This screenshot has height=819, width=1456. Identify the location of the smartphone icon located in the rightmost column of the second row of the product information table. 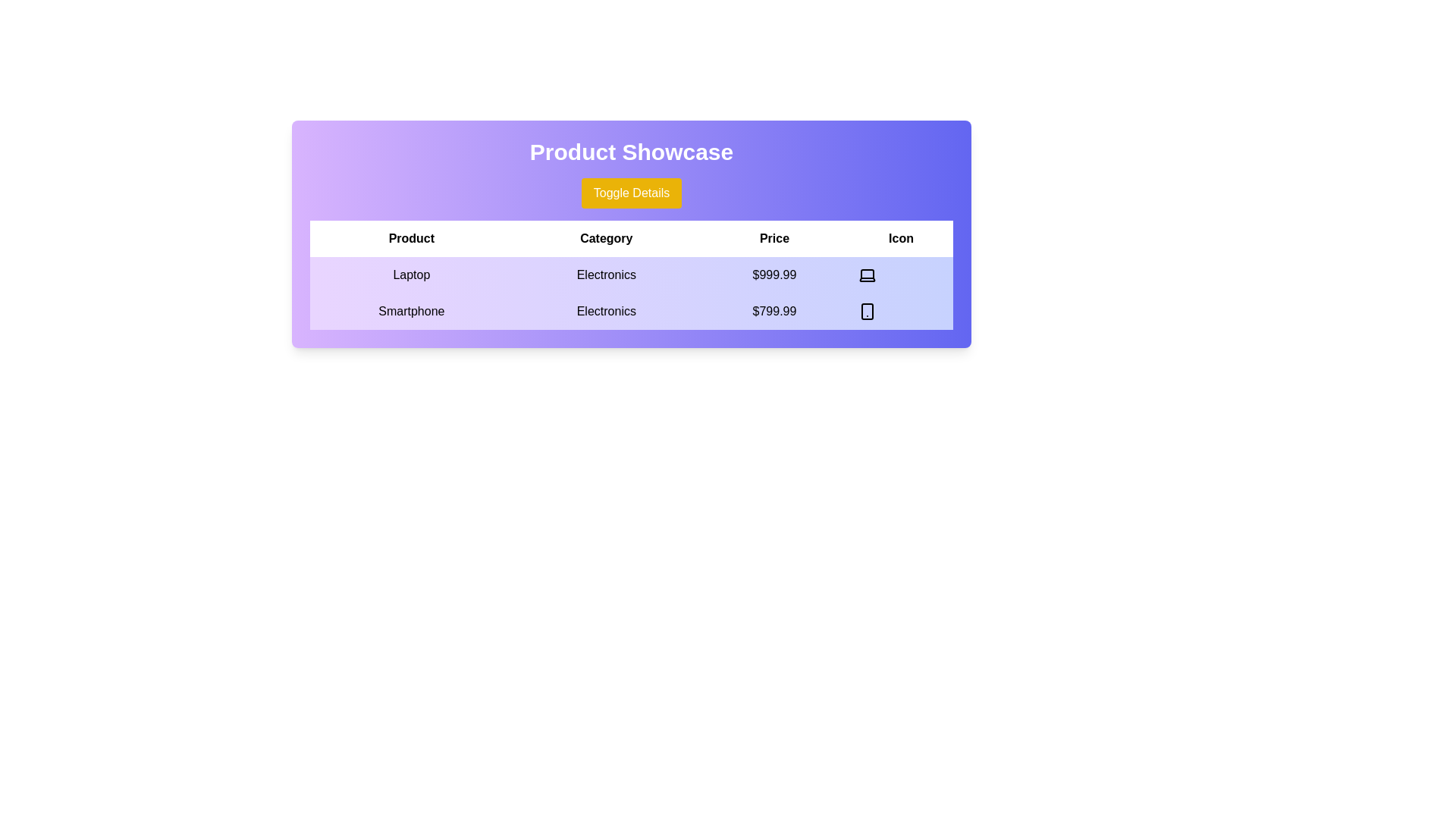
(867, 311).